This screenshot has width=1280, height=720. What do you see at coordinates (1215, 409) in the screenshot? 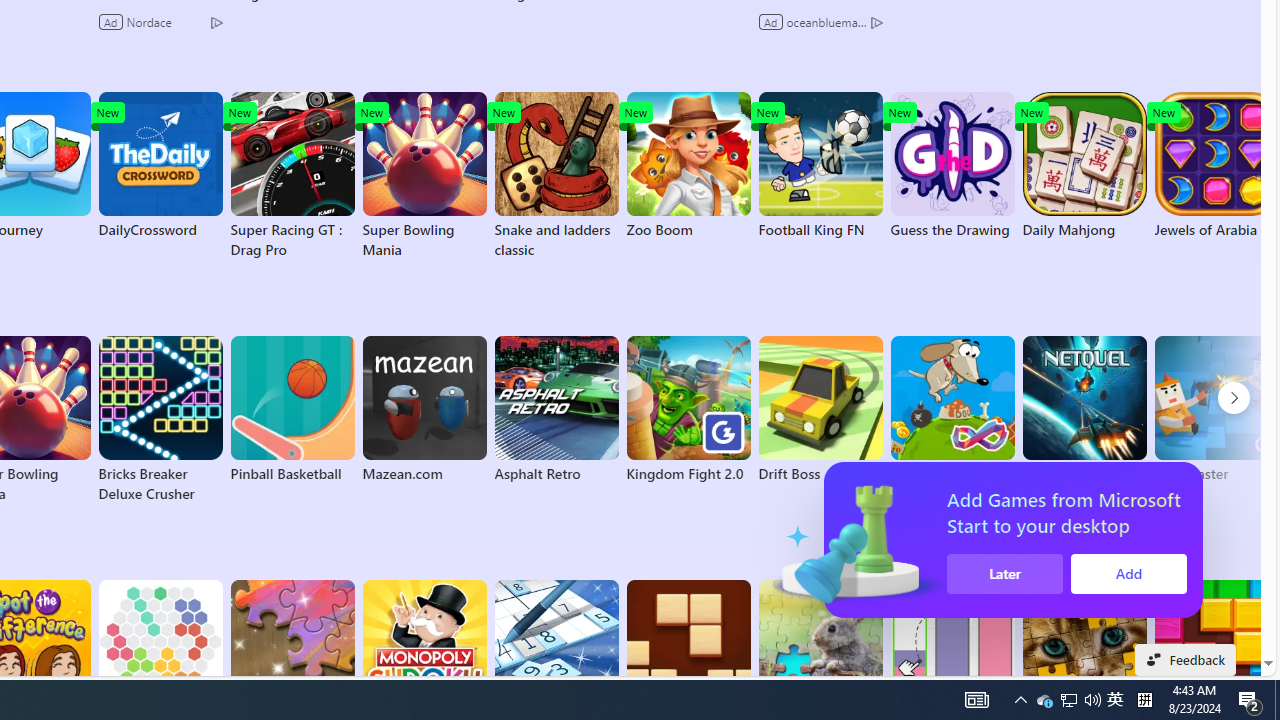
I see `'Gun Master'` at bounding box center [1215, 409].